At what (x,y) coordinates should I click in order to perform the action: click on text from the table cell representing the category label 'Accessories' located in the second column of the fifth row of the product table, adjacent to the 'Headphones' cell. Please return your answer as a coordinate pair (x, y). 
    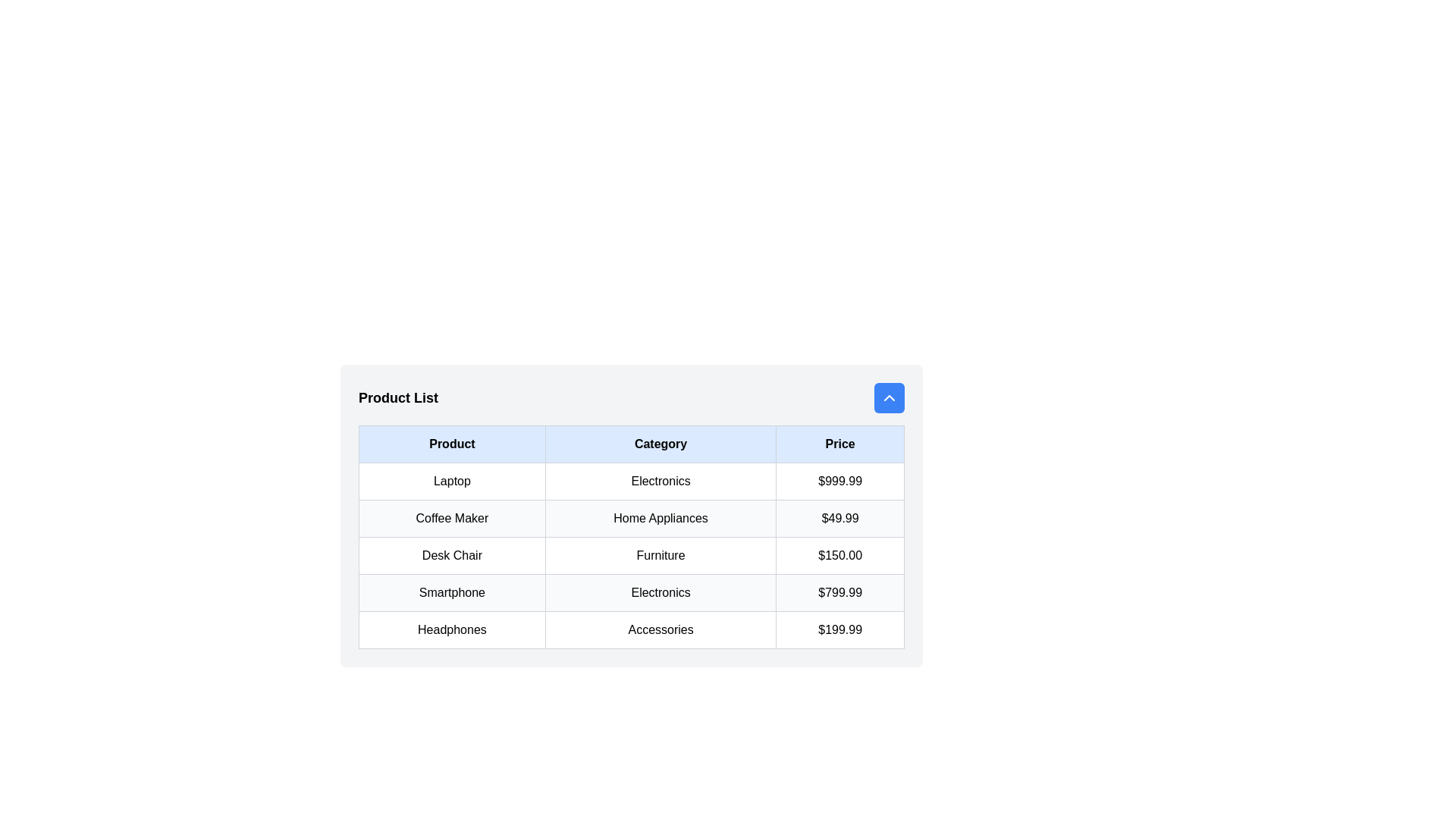
    Looking at the image, I should click on (661, 629).